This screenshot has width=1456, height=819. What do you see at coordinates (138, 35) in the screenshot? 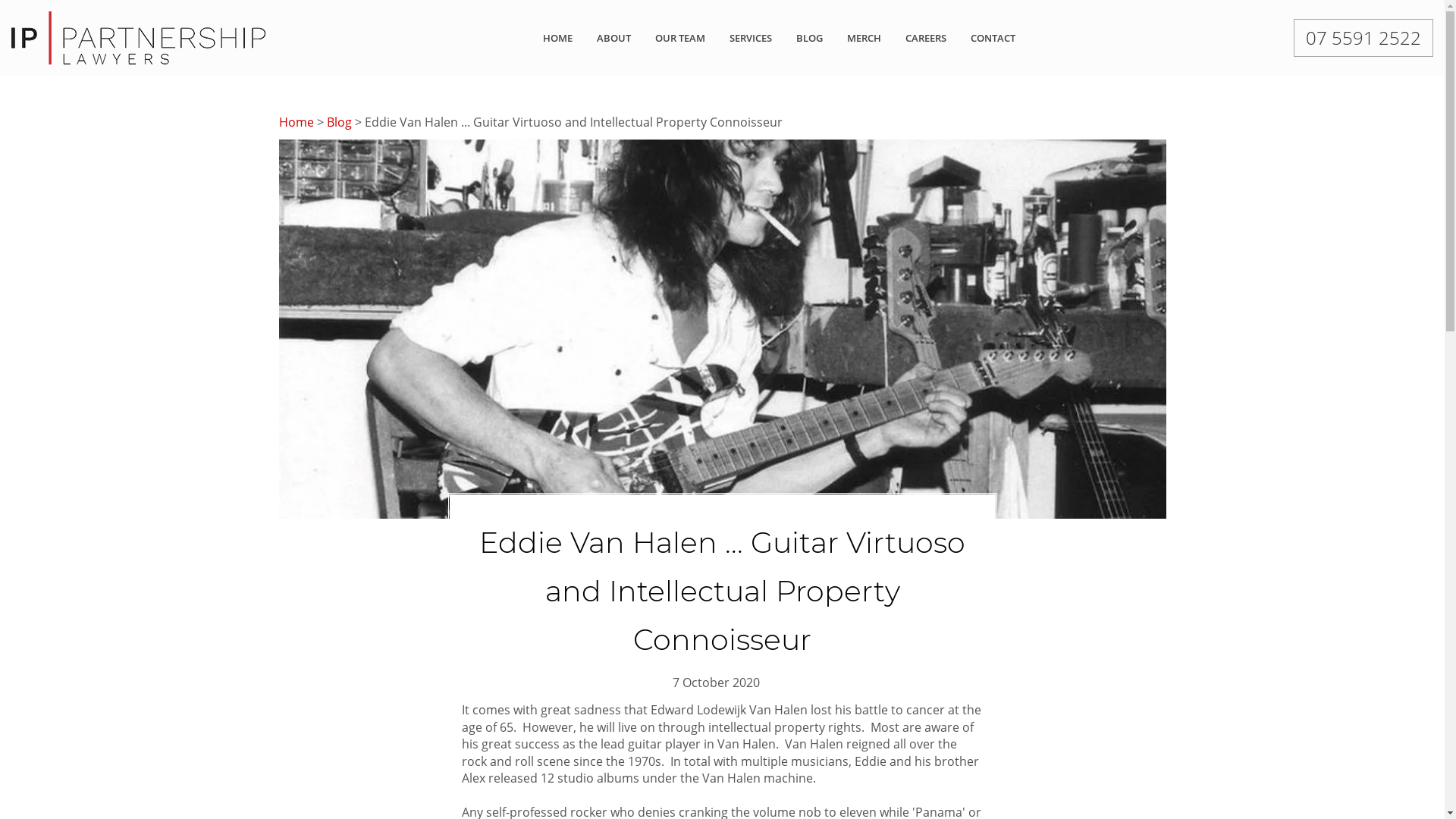
I see `'IP partnership'` at bounding box center [138, 35].